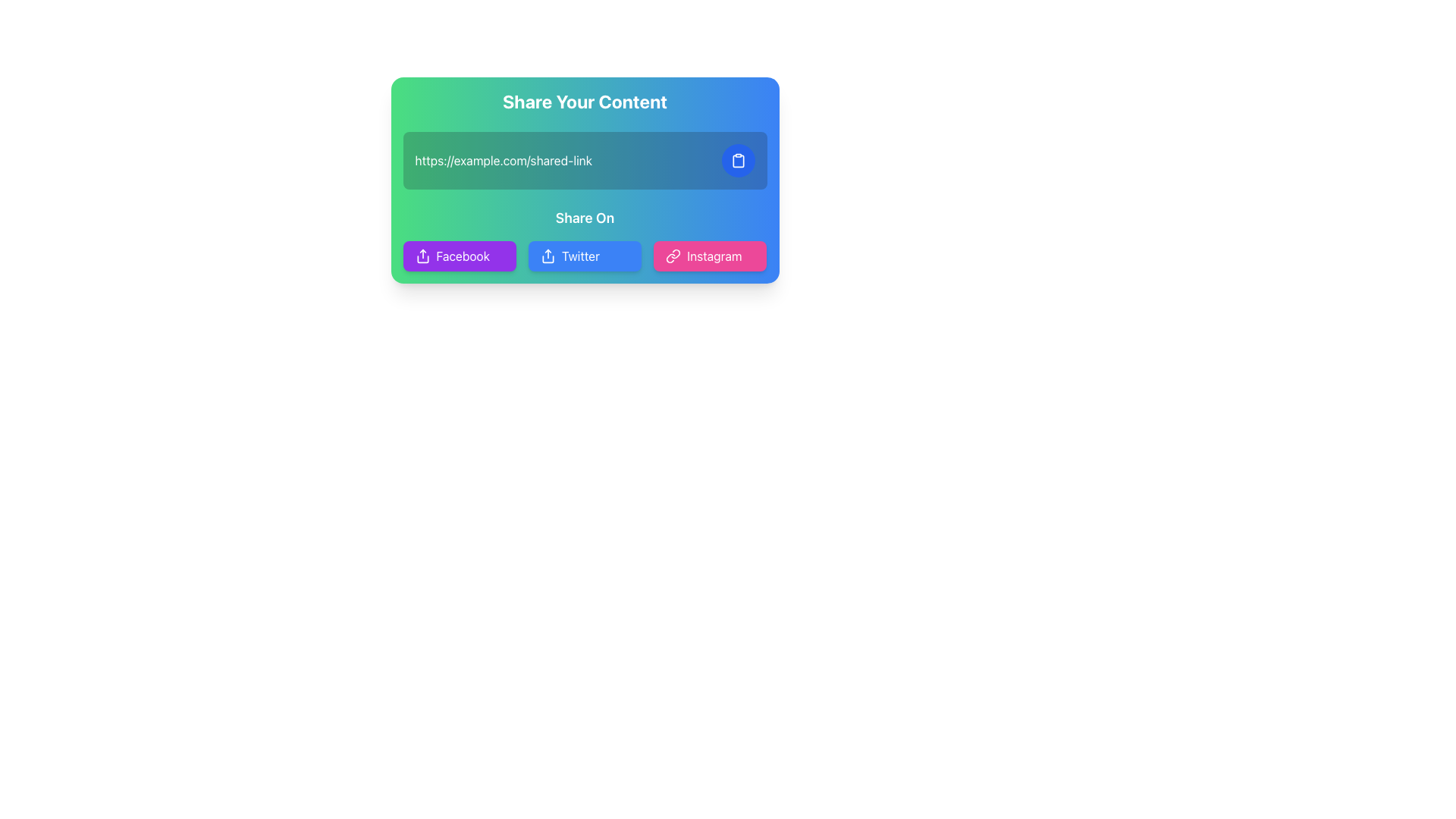 Image resolution: width=1456 pixels, height=819 pixels. Describe the element at coordinates (584, 102) in the screenshot. I see `the prominent text header displaying 'Share Your Content' styled in bold font, located at the top of a colorful card with a green to blue gradient background` at that location.